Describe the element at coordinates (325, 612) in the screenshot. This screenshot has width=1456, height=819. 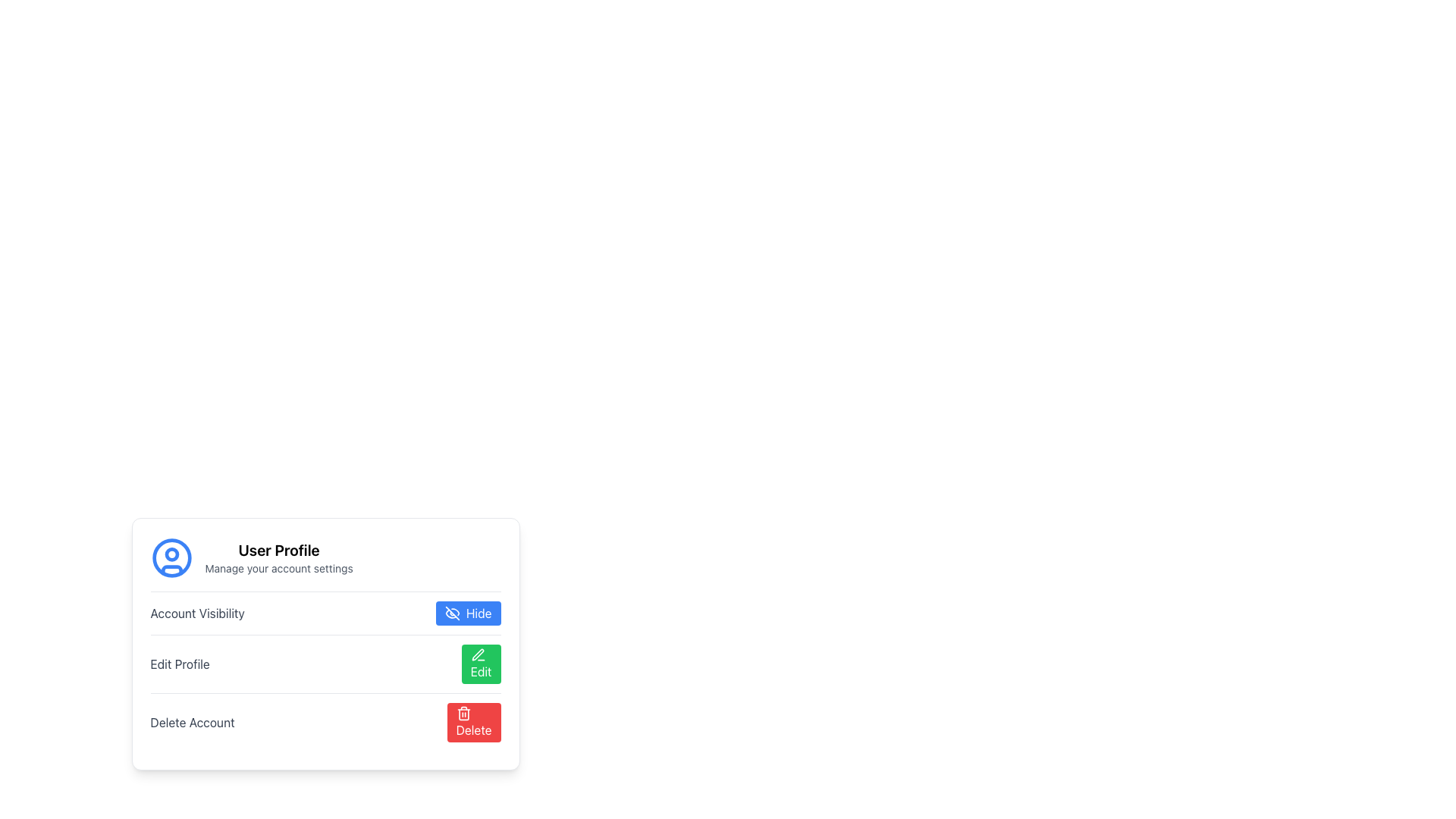
I see `the 'Hide' button in the account visibility section` at that location.